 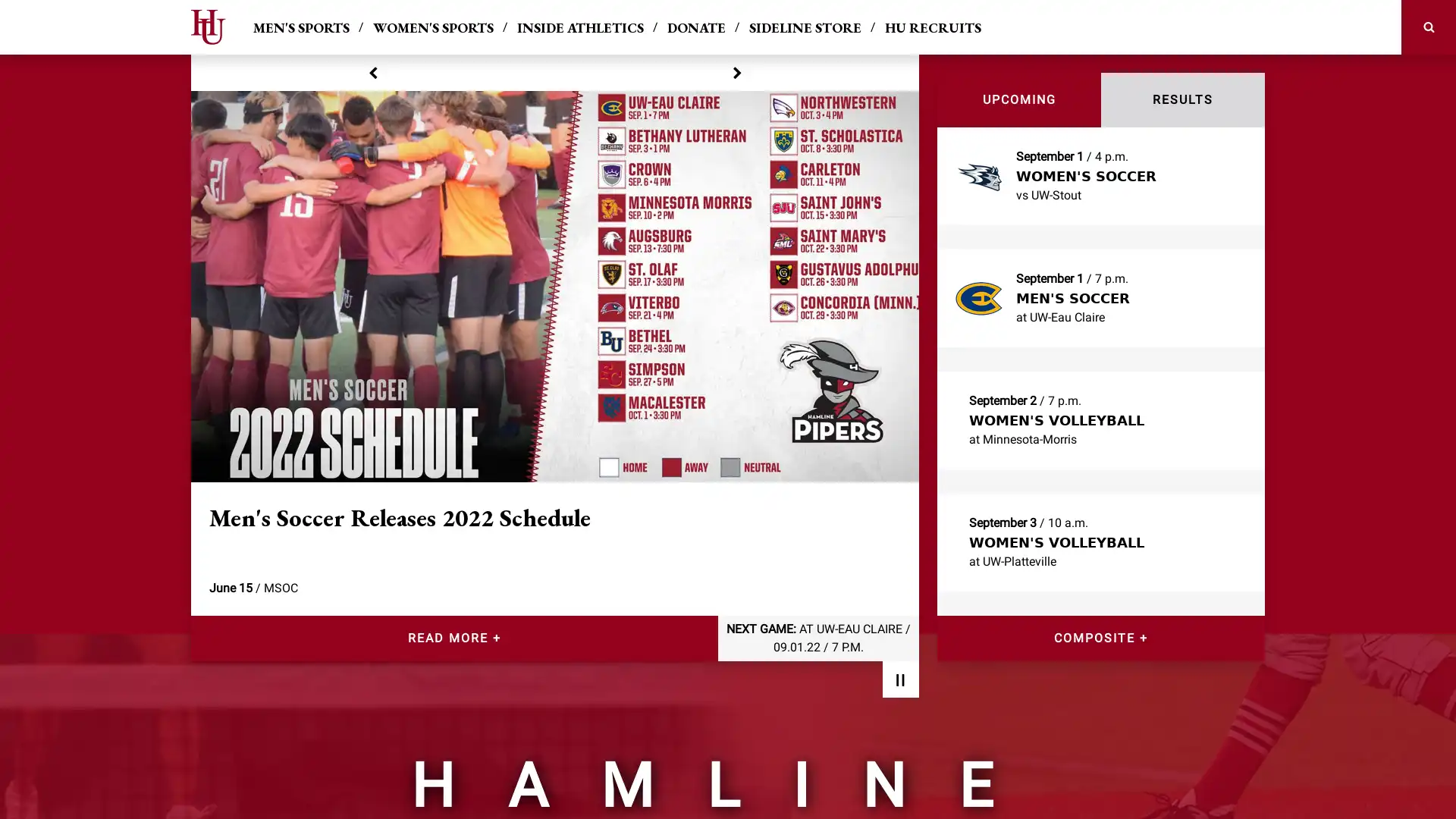 I want to click on previous, so click(x=208, y=278).